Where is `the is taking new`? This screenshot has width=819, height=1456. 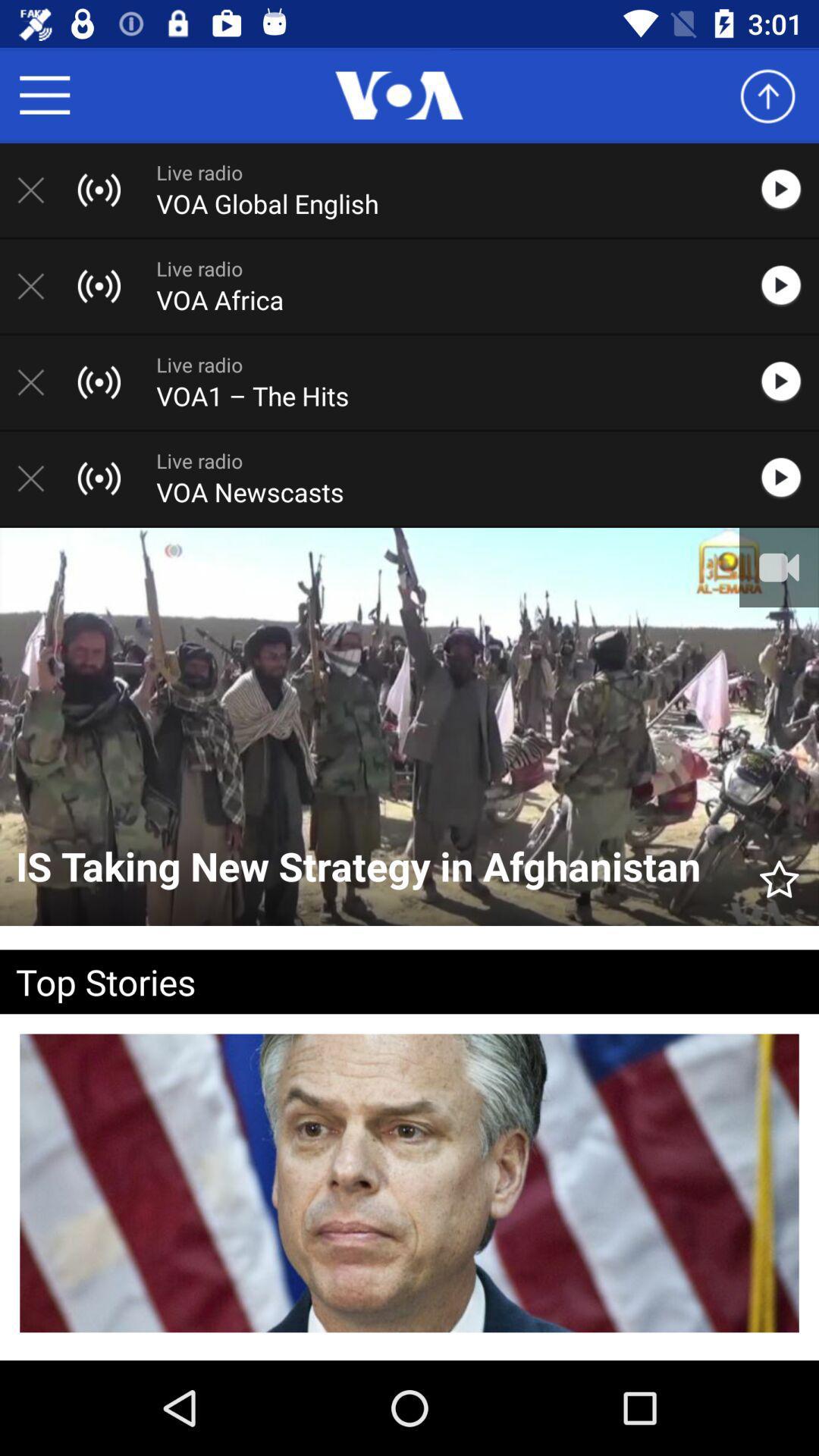
the is taking new is located at coordinates (377, 868).